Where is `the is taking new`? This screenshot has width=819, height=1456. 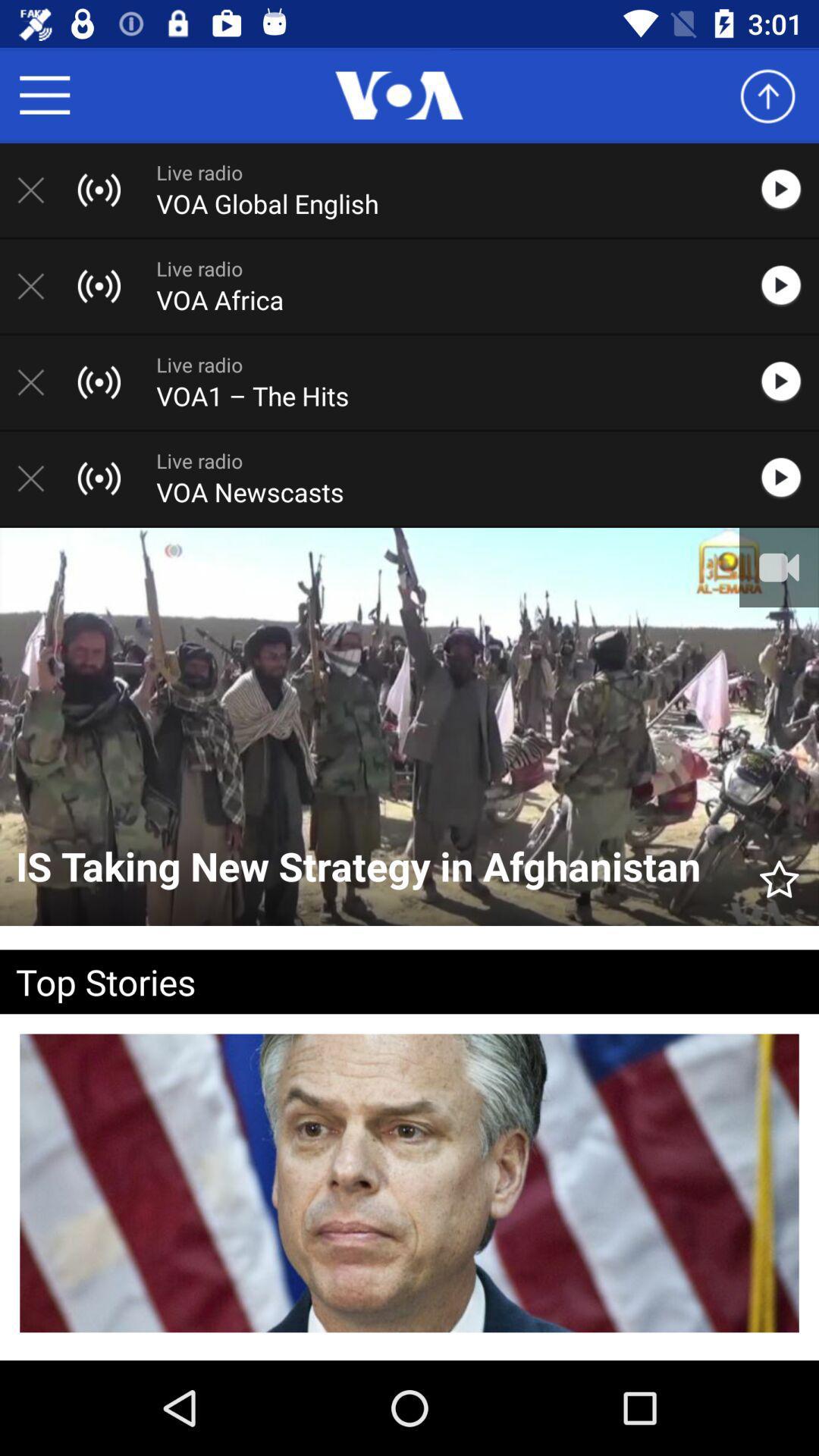
the is taking new is located at coordinates (377, 868).